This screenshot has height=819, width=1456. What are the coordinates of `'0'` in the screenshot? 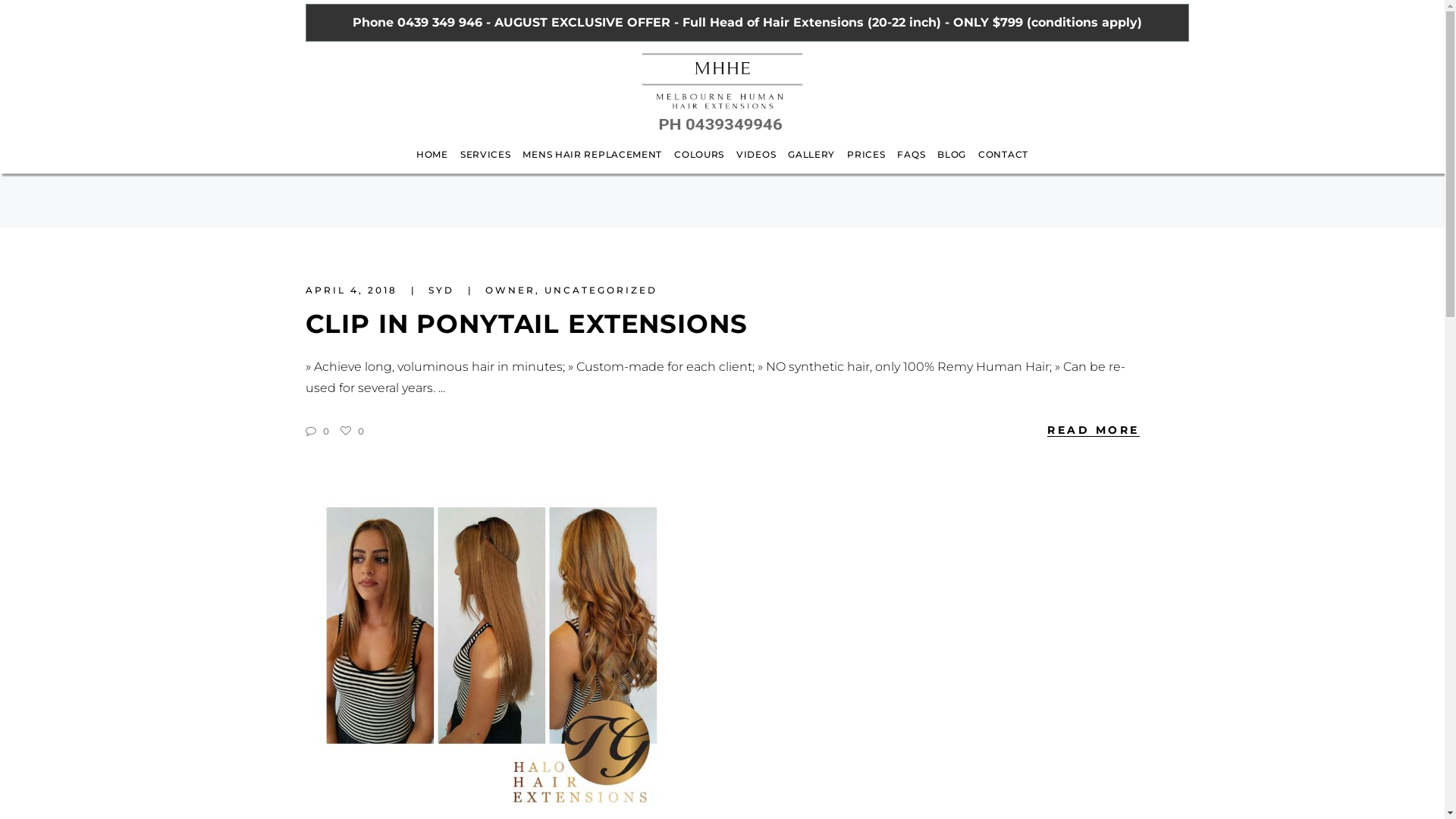 It's located at (304, 431).